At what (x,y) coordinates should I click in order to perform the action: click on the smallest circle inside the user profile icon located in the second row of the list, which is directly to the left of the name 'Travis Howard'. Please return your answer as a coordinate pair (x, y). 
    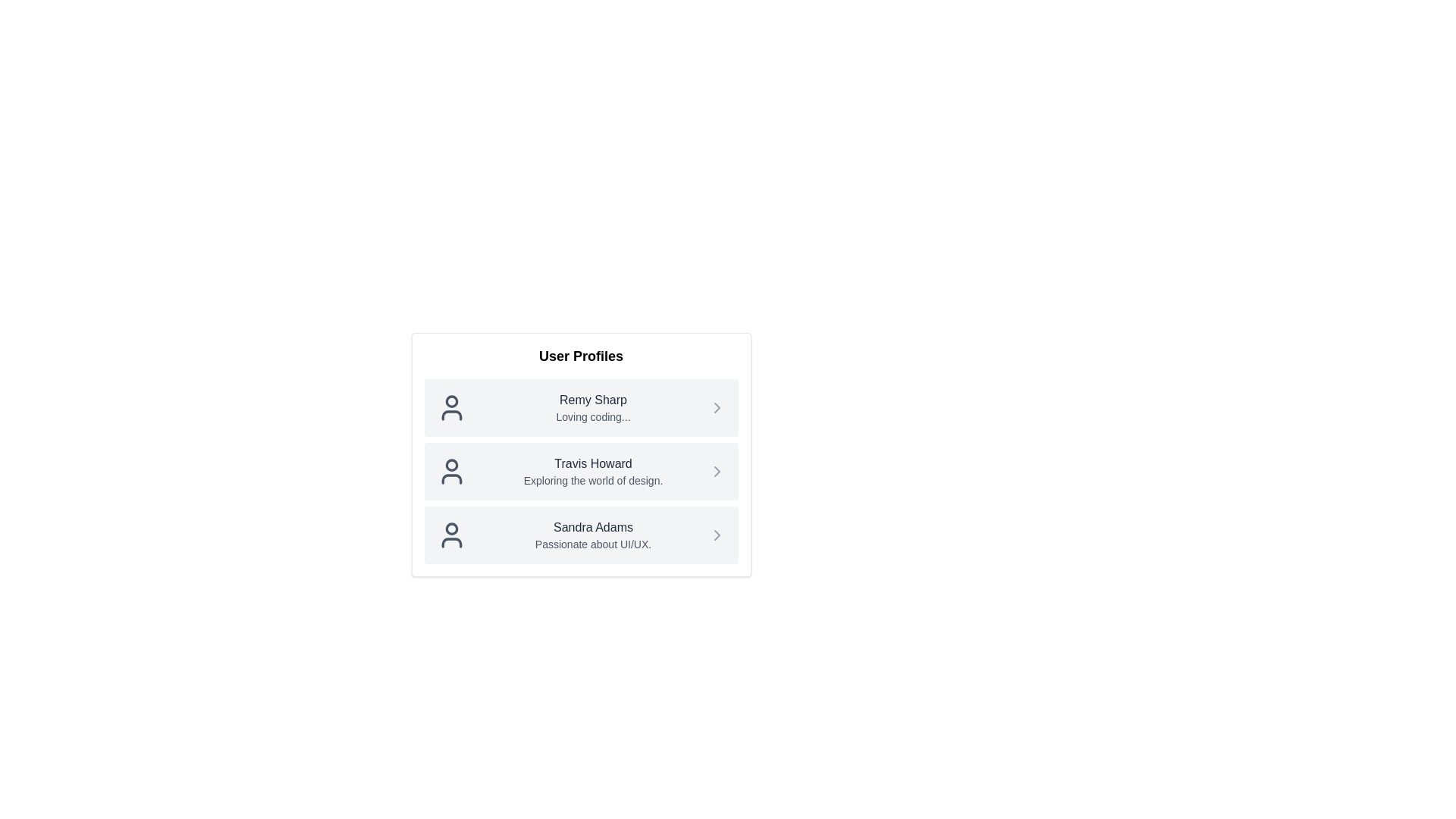
    Looking at the image, I should click on (450, 464).